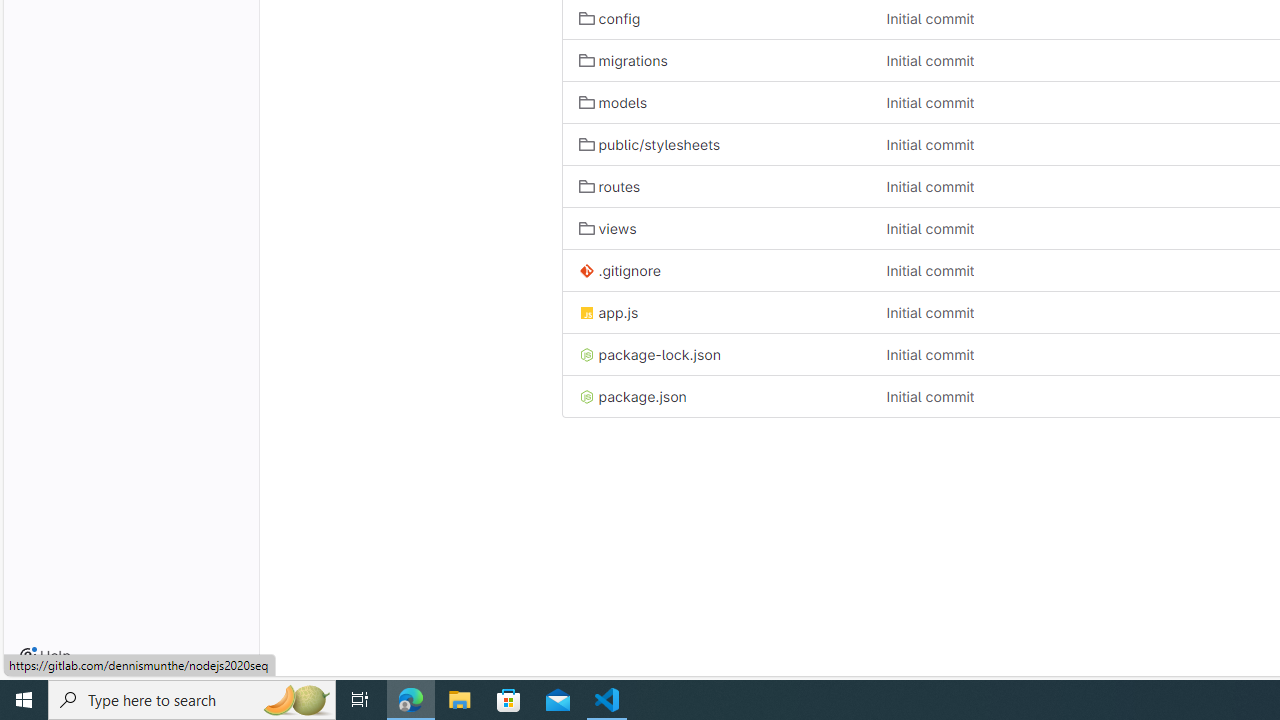 This screenshot has width=1280, height=720. Describe the element at coordinates (716, 102) in the screenshot. I see `'models'` at that location.